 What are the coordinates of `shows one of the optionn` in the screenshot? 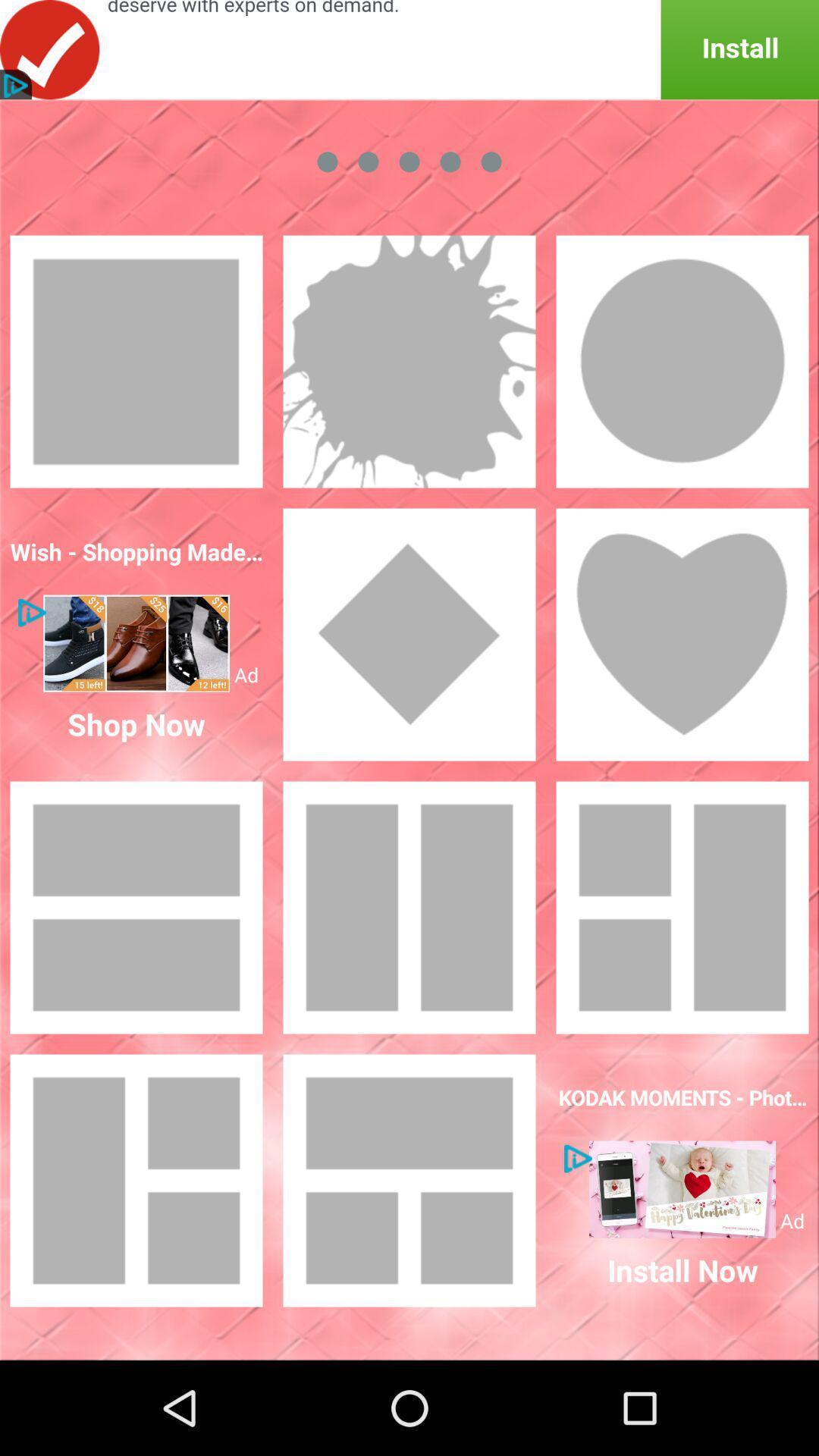 It's located at (681, 634).